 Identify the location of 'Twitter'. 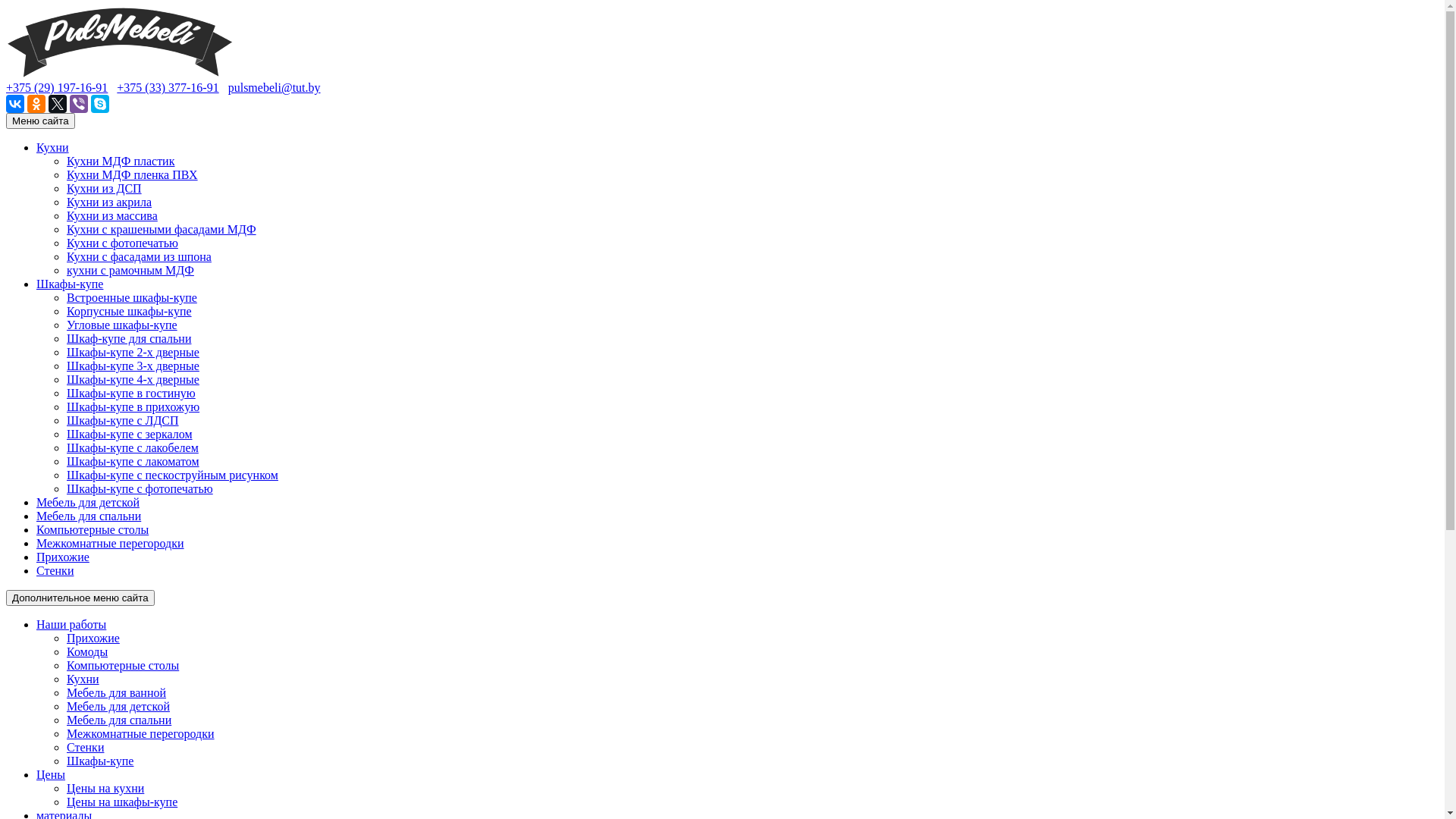
(58, 103).